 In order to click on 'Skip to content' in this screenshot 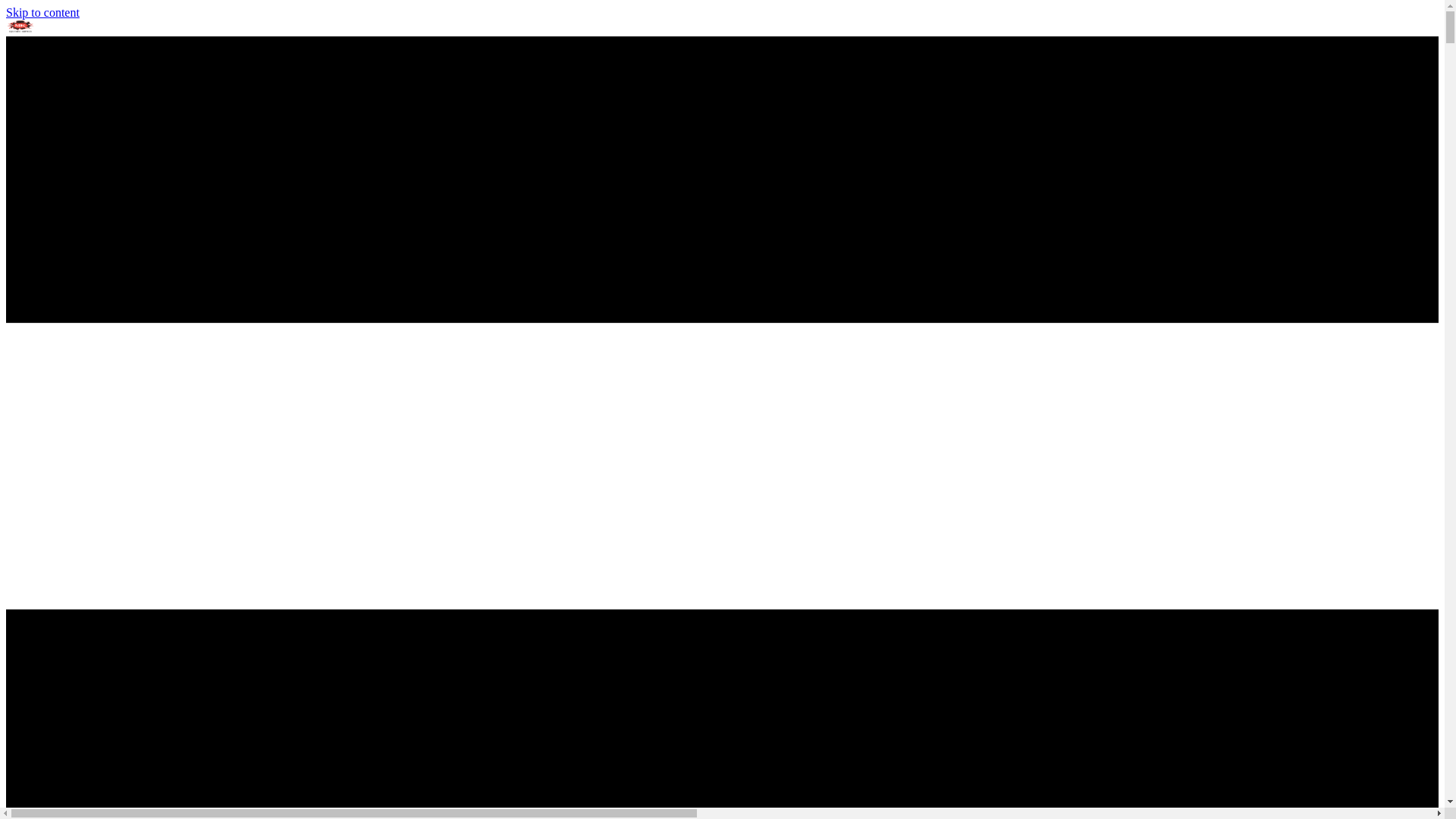, I will do `click(42, 12)`.